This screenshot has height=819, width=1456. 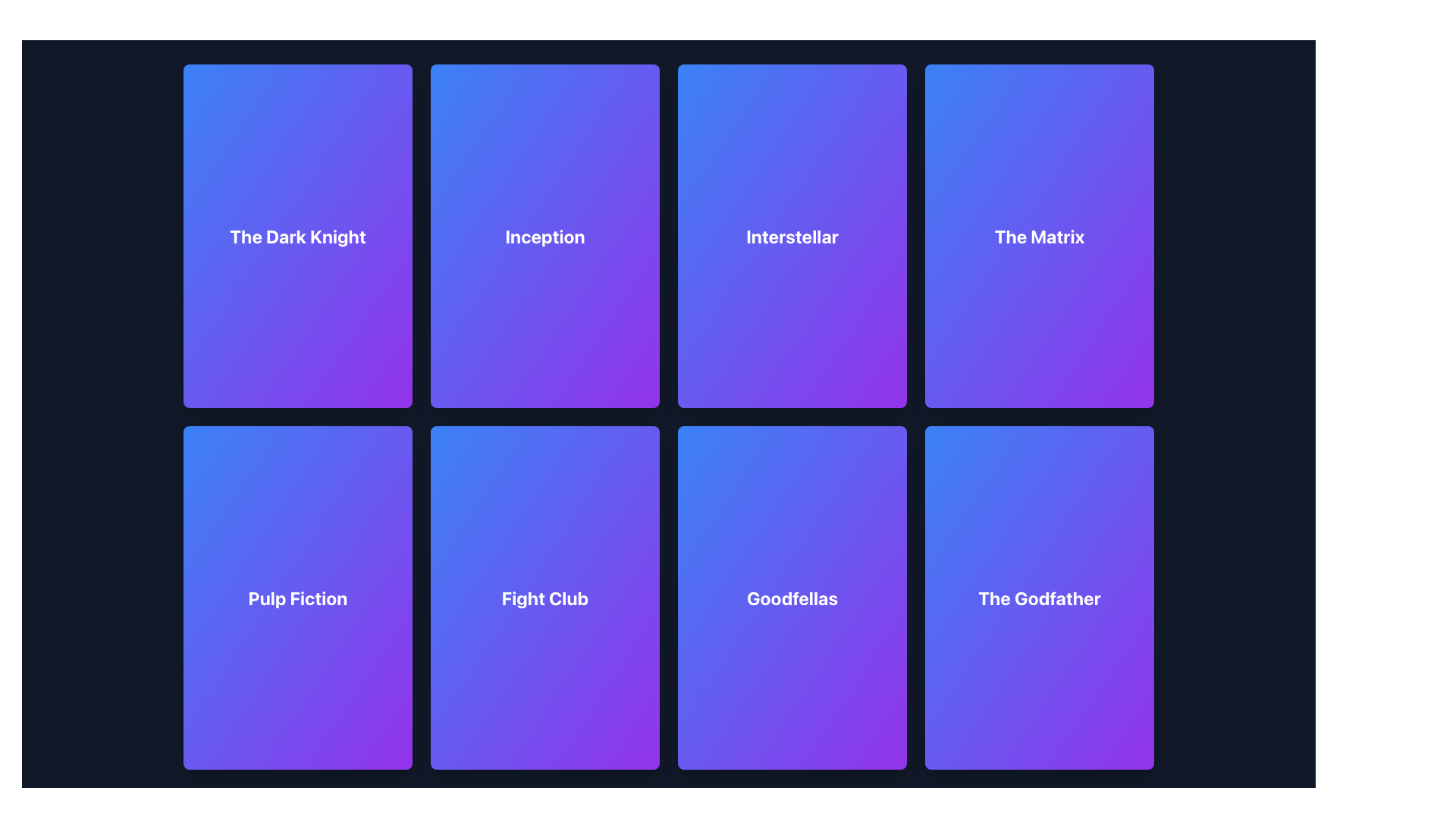 I want to click on the first card representing the movie 'The Dark Knight' in the grid layout to trigger a visual effect, so click(x=298, y=236).